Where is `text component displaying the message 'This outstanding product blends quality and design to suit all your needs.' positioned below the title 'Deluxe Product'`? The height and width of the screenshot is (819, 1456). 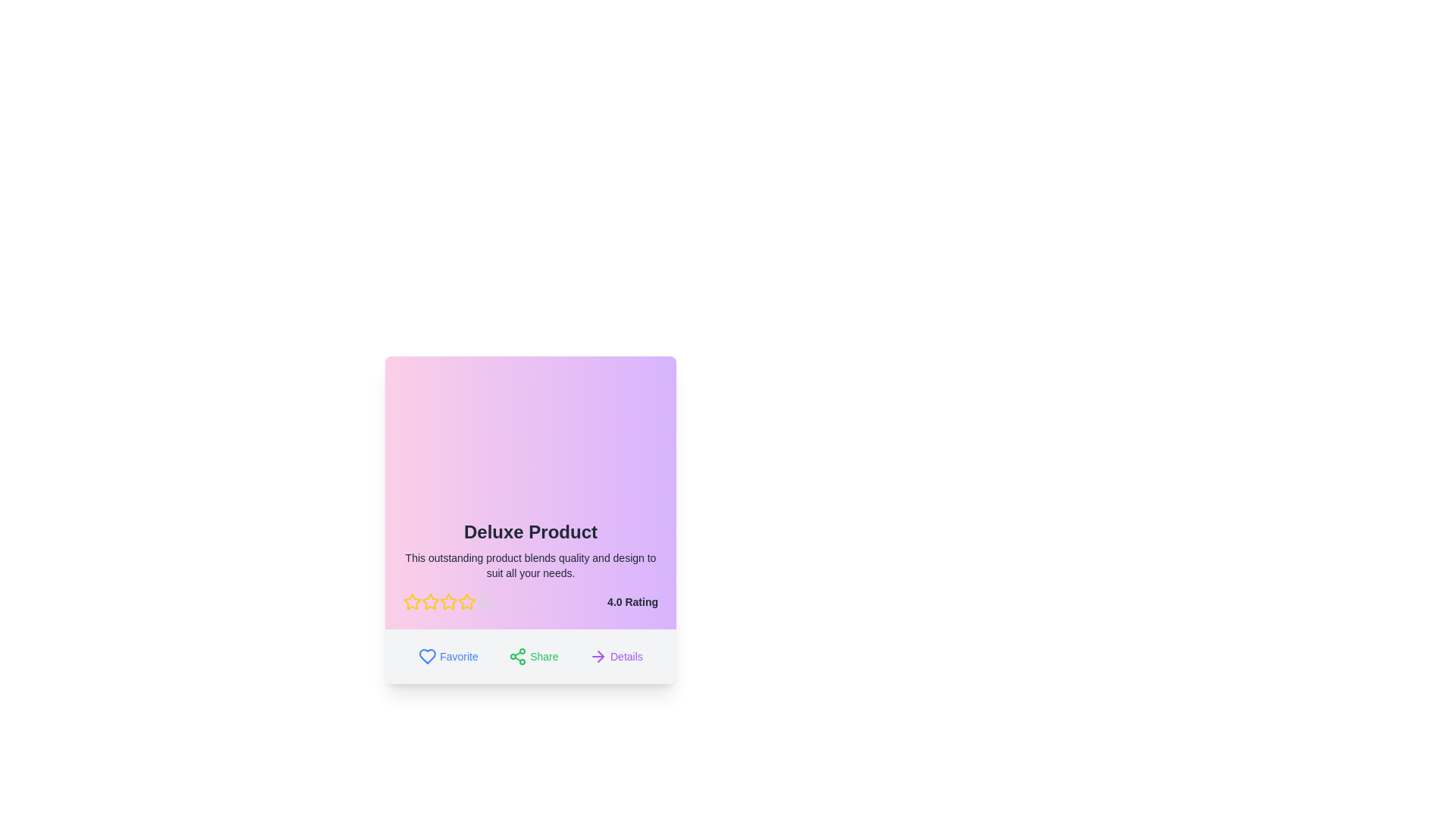
text component displaying the message 'This outstanding product blends quality and design to suit all your needs.' positioned below the title 'Deluxe Product' is located at coordinates (531, 565).